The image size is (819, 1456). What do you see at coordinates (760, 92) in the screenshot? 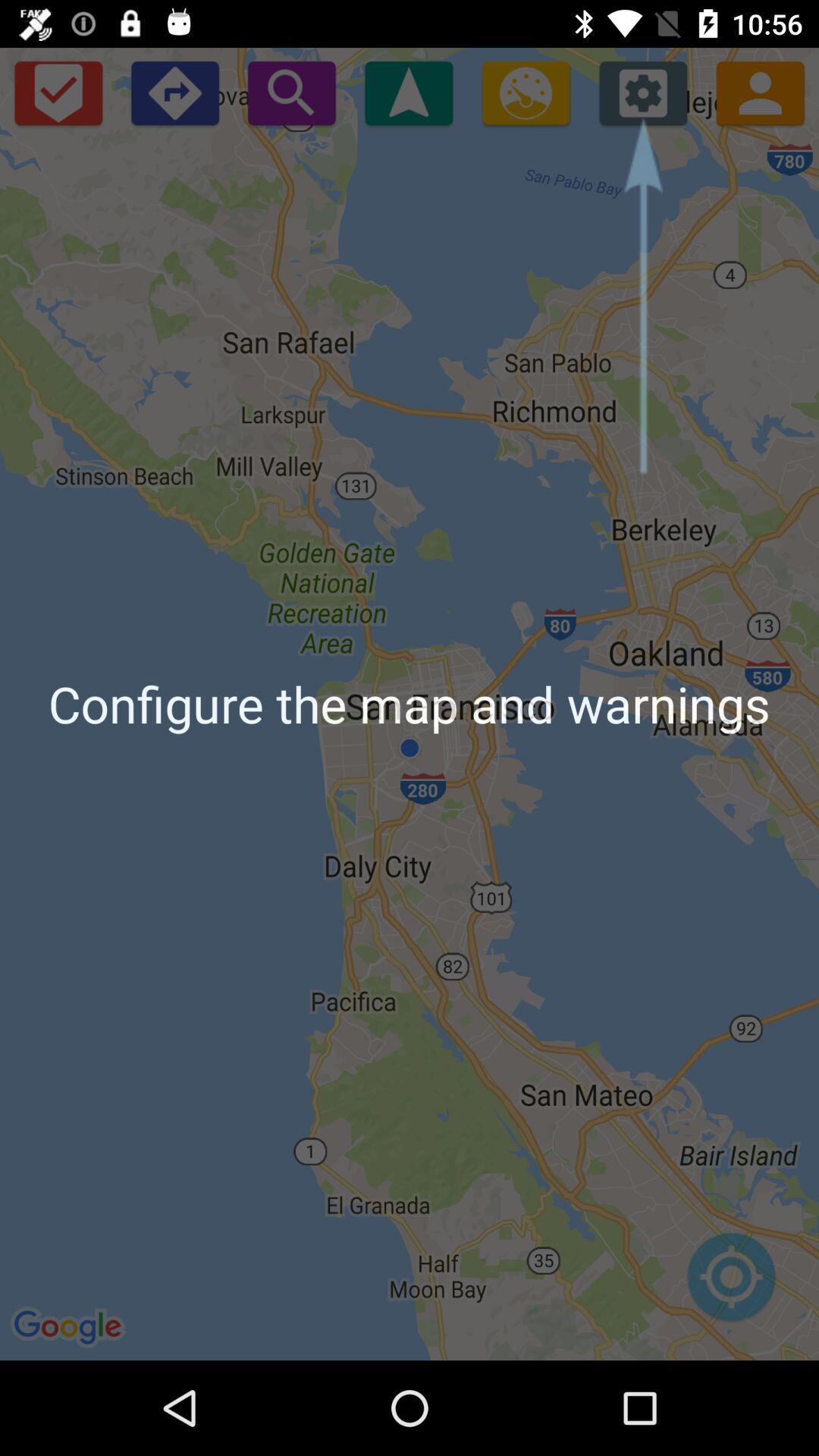
I see `show user profile` at bounding box center [760, 92].